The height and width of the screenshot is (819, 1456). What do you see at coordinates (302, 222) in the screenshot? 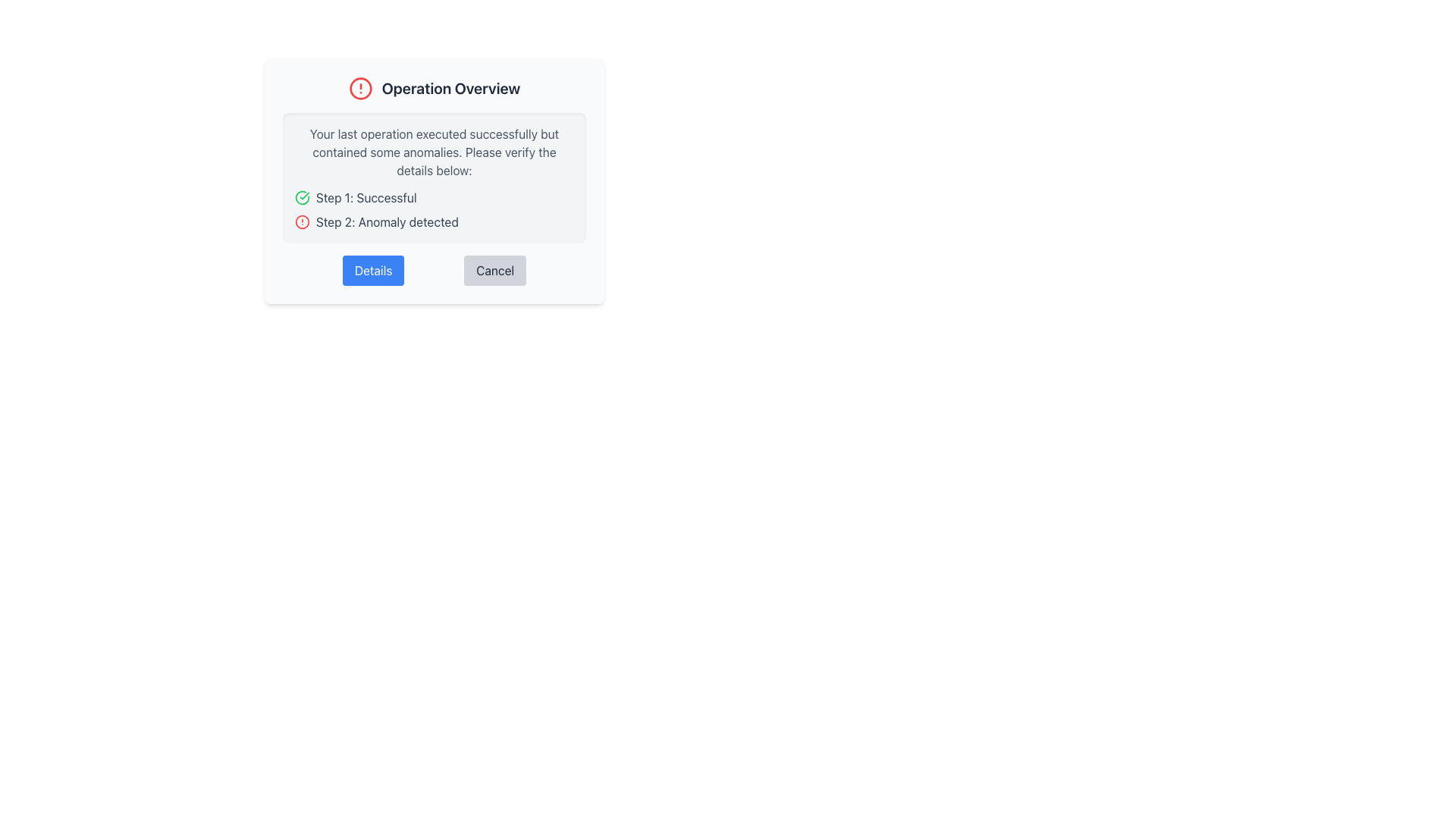
I see `the SVG icon that indicates an alert or warning next to the text 'Step 2: Anomaly detected' in the lower part of the modal` at bounding box center [302, 222].